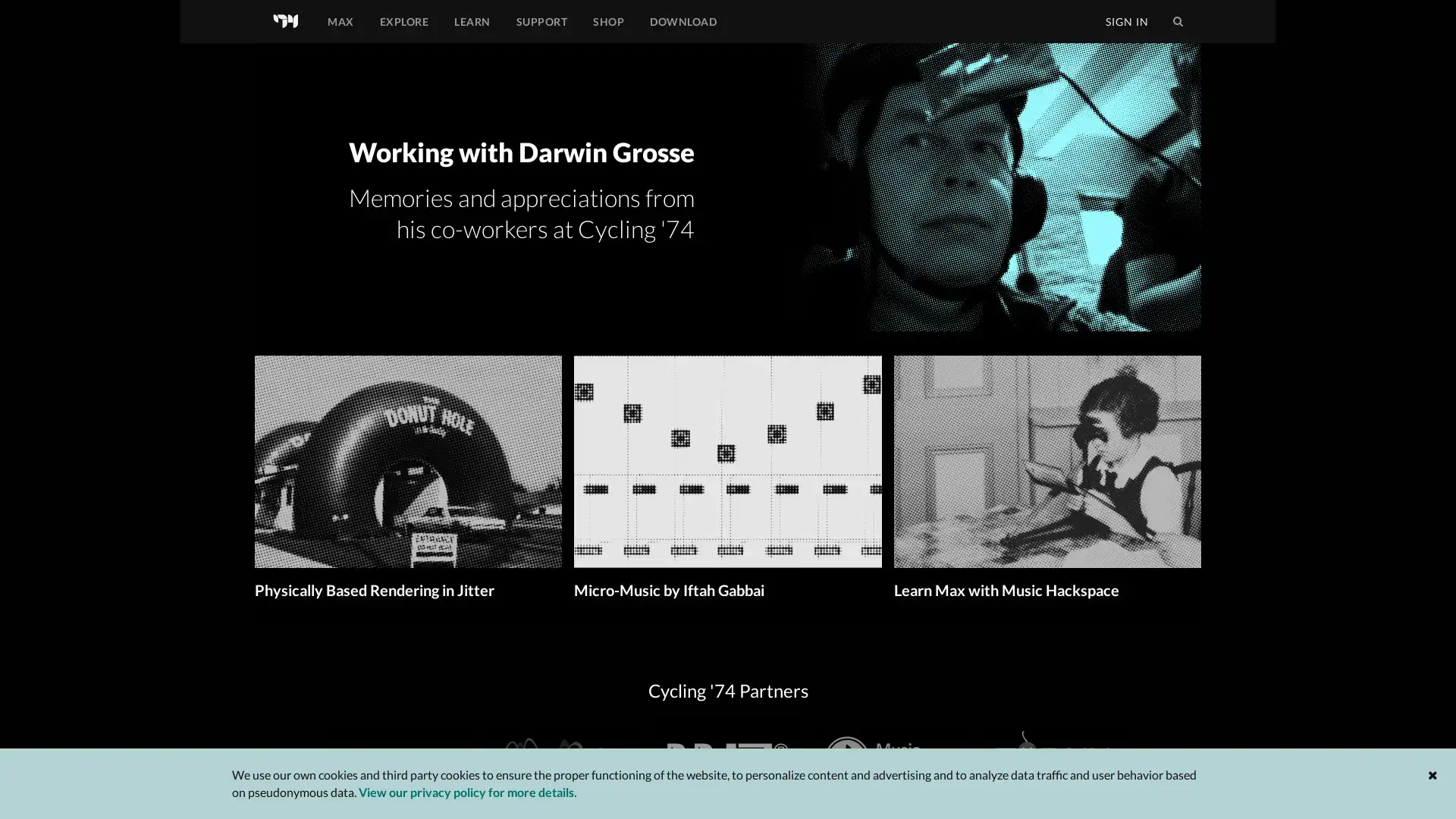 This screenshot has height=819, width=1456. Describe the element at coordinates (1127, 22) in the screenshot. I see `SIGN IN` at that location.